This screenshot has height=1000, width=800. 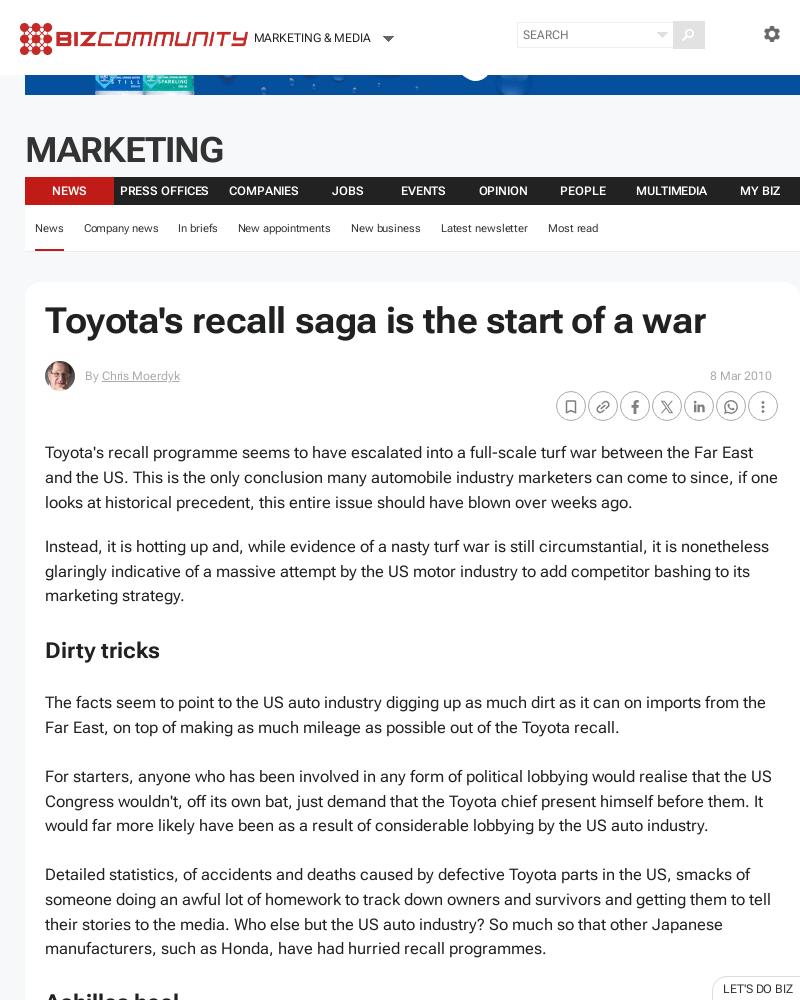 I want to click on 'Detailed statistics, of accidents and deaths caused by defective Toyota parts in the US, smacks of someone doing an awful lot of homework to track down owners and survivors and getting them to tell their stories to the media. Who else but the US auto industry? So much so that other Japanese manufacturers, such as Honda, have had hurried recall programmes.', so click(x=408, y=911).